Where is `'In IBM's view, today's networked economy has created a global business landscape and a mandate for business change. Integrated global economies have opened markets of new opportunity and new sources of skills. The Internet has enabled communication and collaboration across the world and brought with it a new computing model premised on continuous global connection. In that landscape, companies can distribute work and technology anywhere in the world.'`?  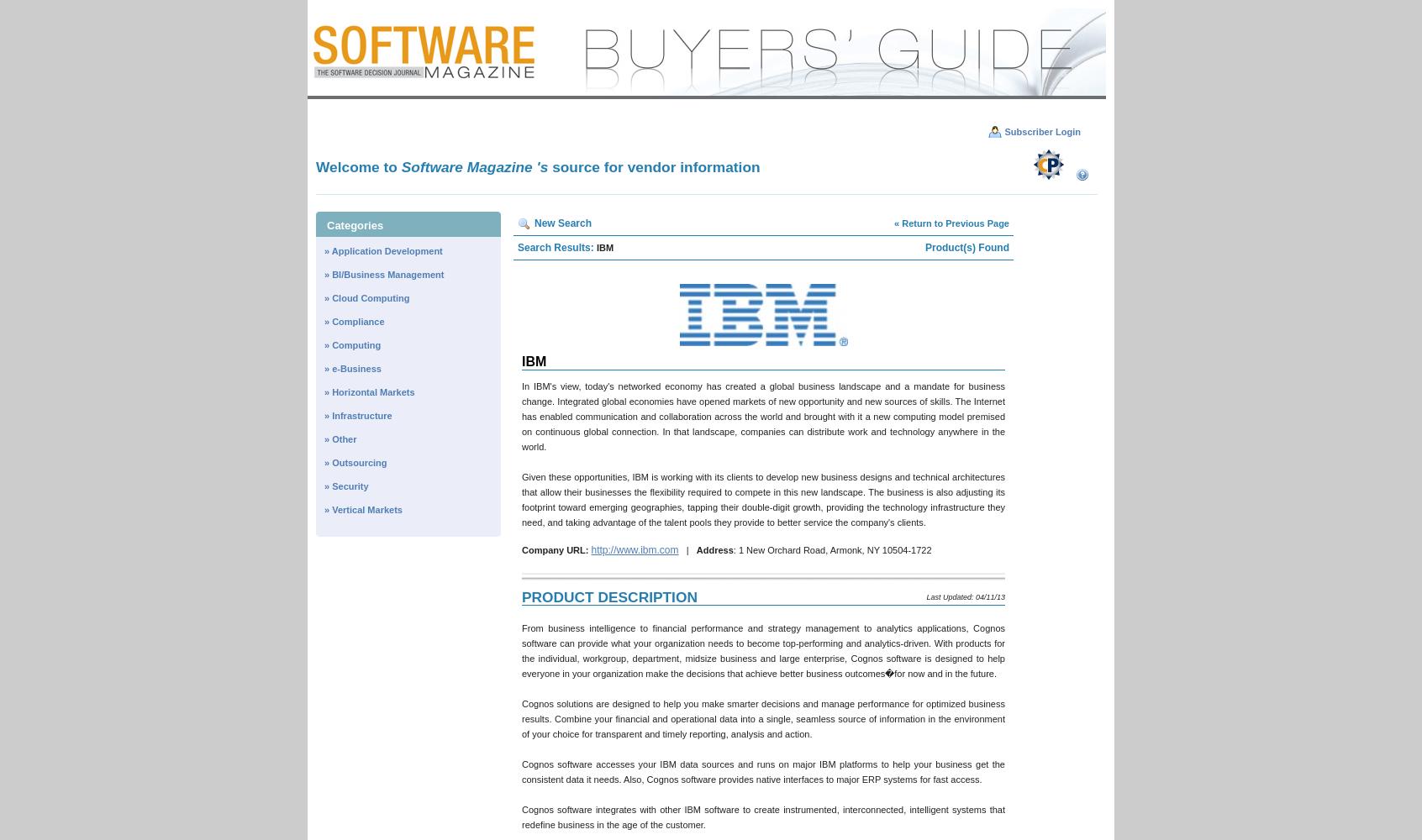
'In IBM's view, today's networked economy has created a global business landscape and a mandate for business change. Integrated global economies have opened markets of new opportunity and new sources of skills. The Internet has enabled communication and collaboration across the world and brought with it a new computing model premised on continuous global connection. In that landscape, companies can distribute work and technology anywhere in the world.' is located at coordinates (762, 416).